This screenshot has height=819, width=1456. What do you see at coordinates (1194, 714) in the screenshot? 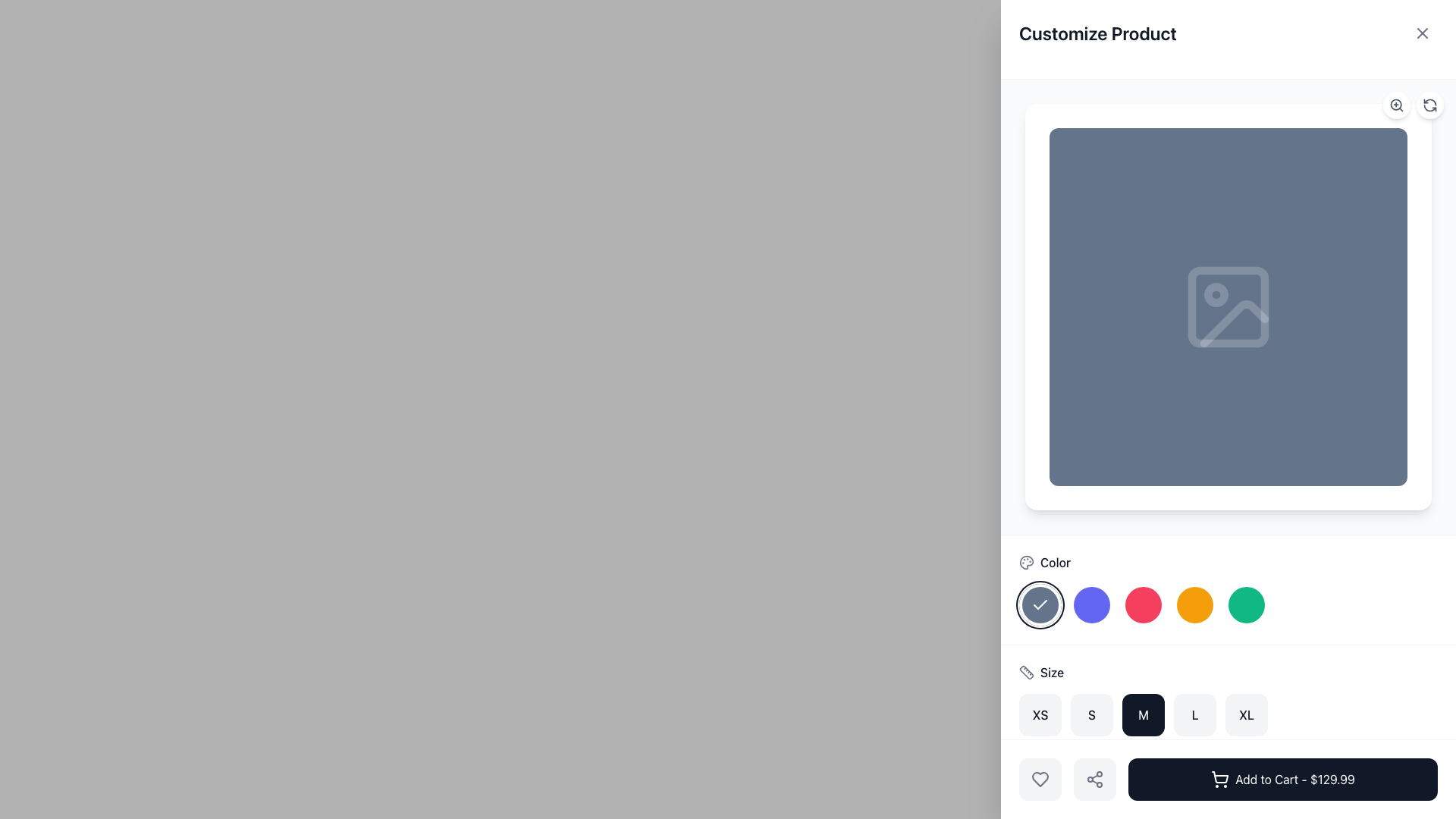
I see `the 'L' size button, the fourth button in the size selection group` at bounding box center [1194, 714].